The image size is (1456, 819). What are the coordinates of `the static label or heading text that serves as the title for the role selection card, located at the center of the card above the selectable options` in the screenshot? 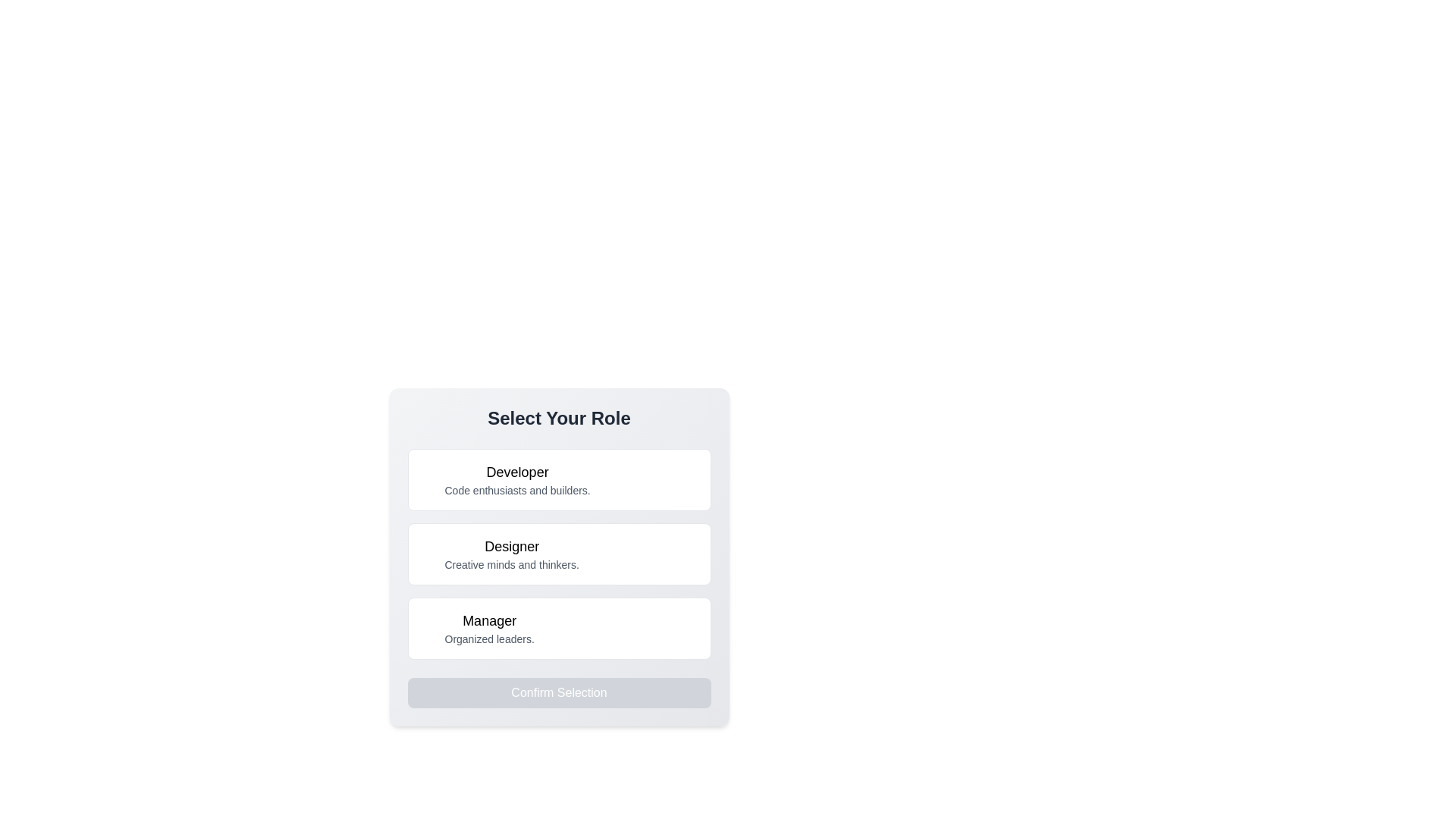 It's located at (558, 418).